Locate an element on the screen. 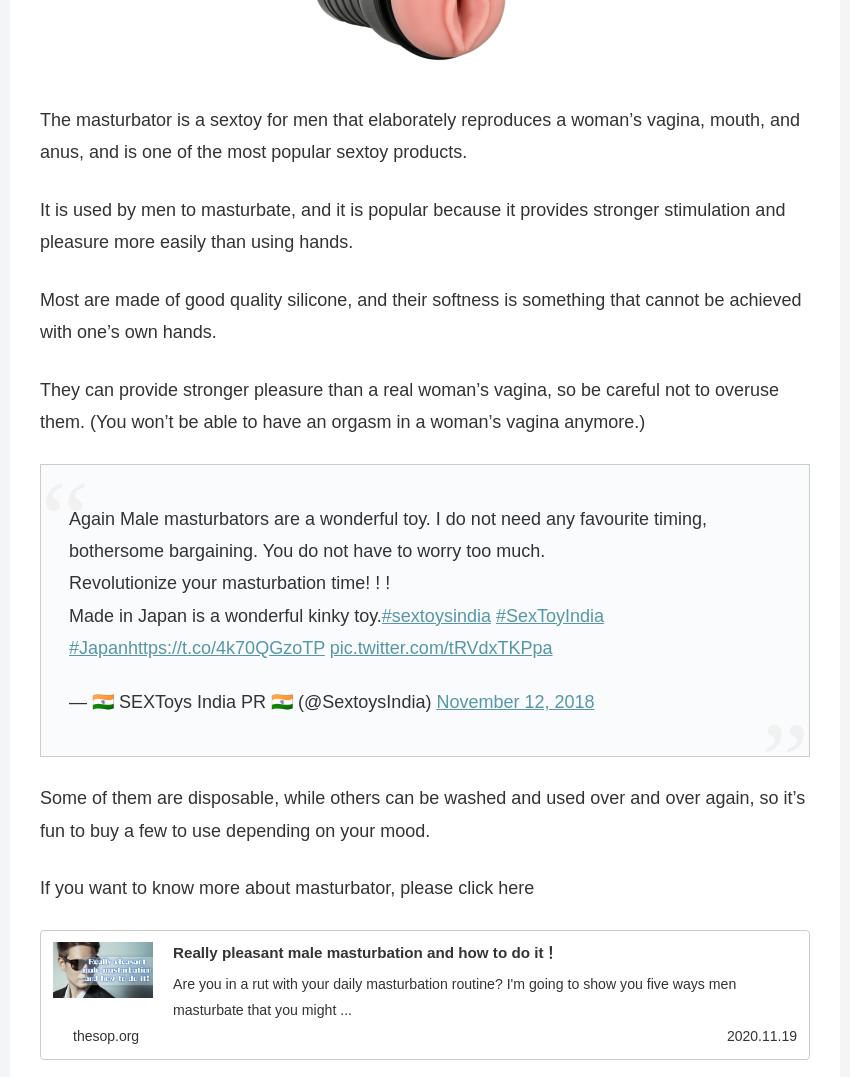  'thesop.org' is located at coordinates (73, 1037).